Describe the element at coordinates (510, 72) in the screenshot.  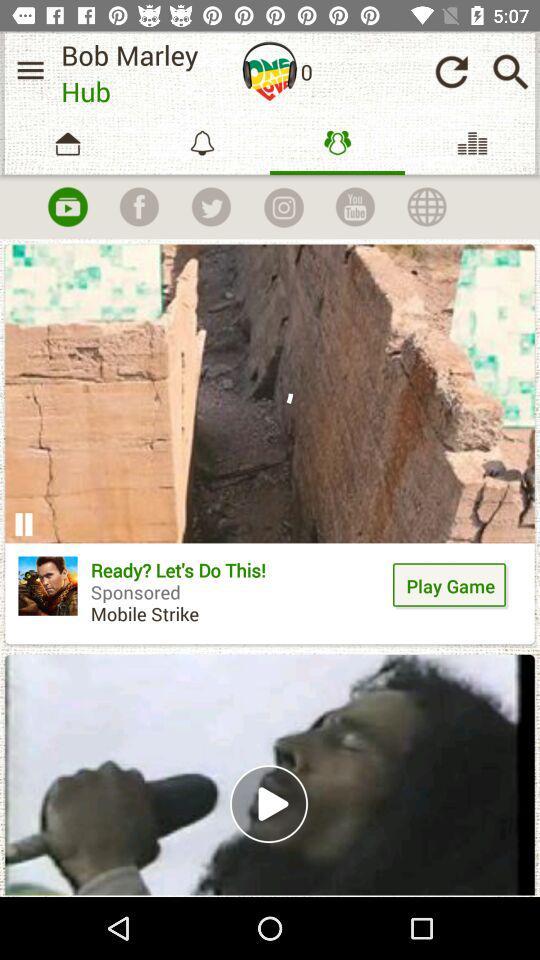
I see `the search bar icon` at that location.